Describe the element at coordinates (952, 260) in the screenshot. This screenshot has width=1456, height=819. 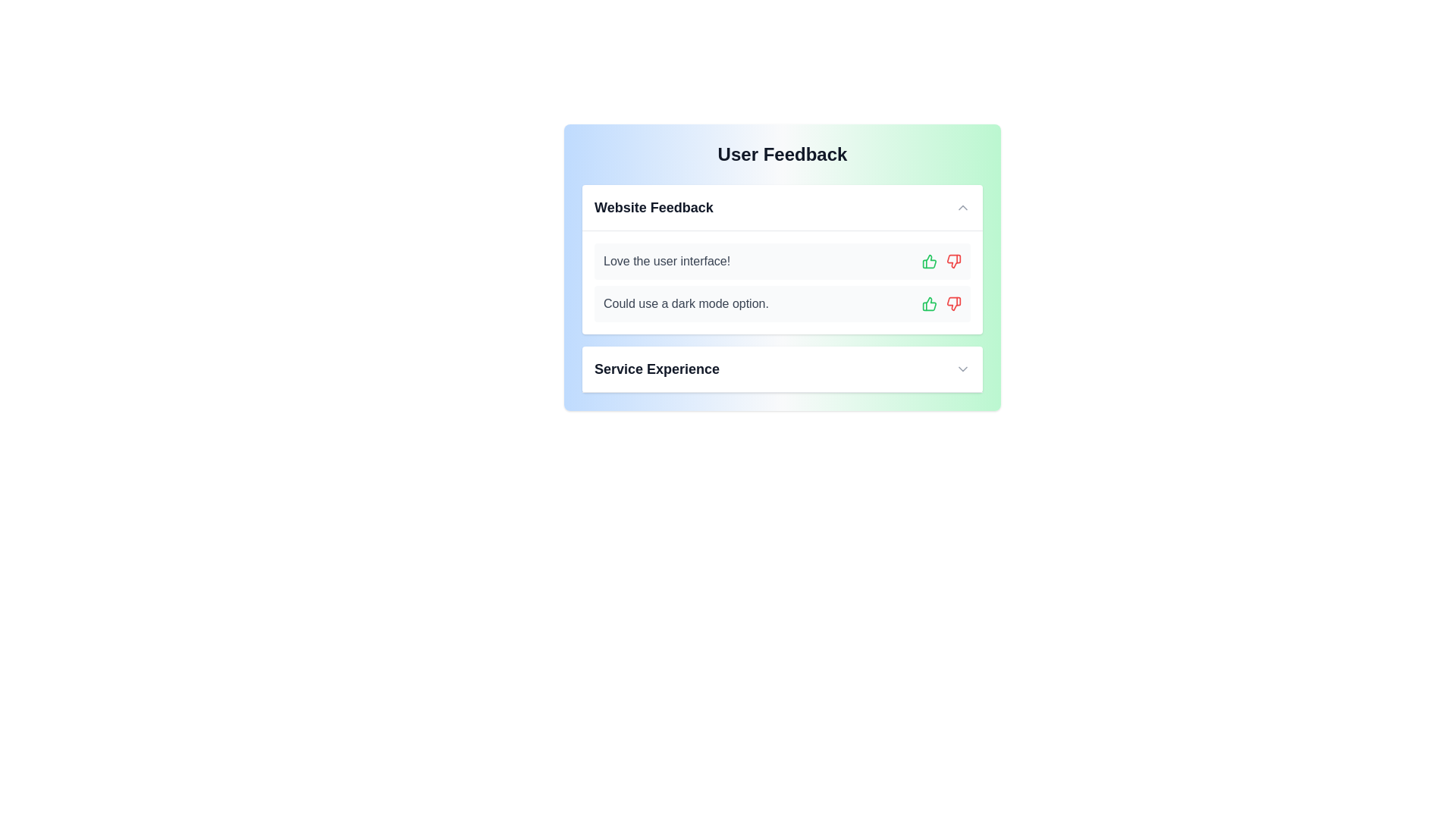
I see `the thumbs-down button for the comment 'Love the user interface!'` at that location.